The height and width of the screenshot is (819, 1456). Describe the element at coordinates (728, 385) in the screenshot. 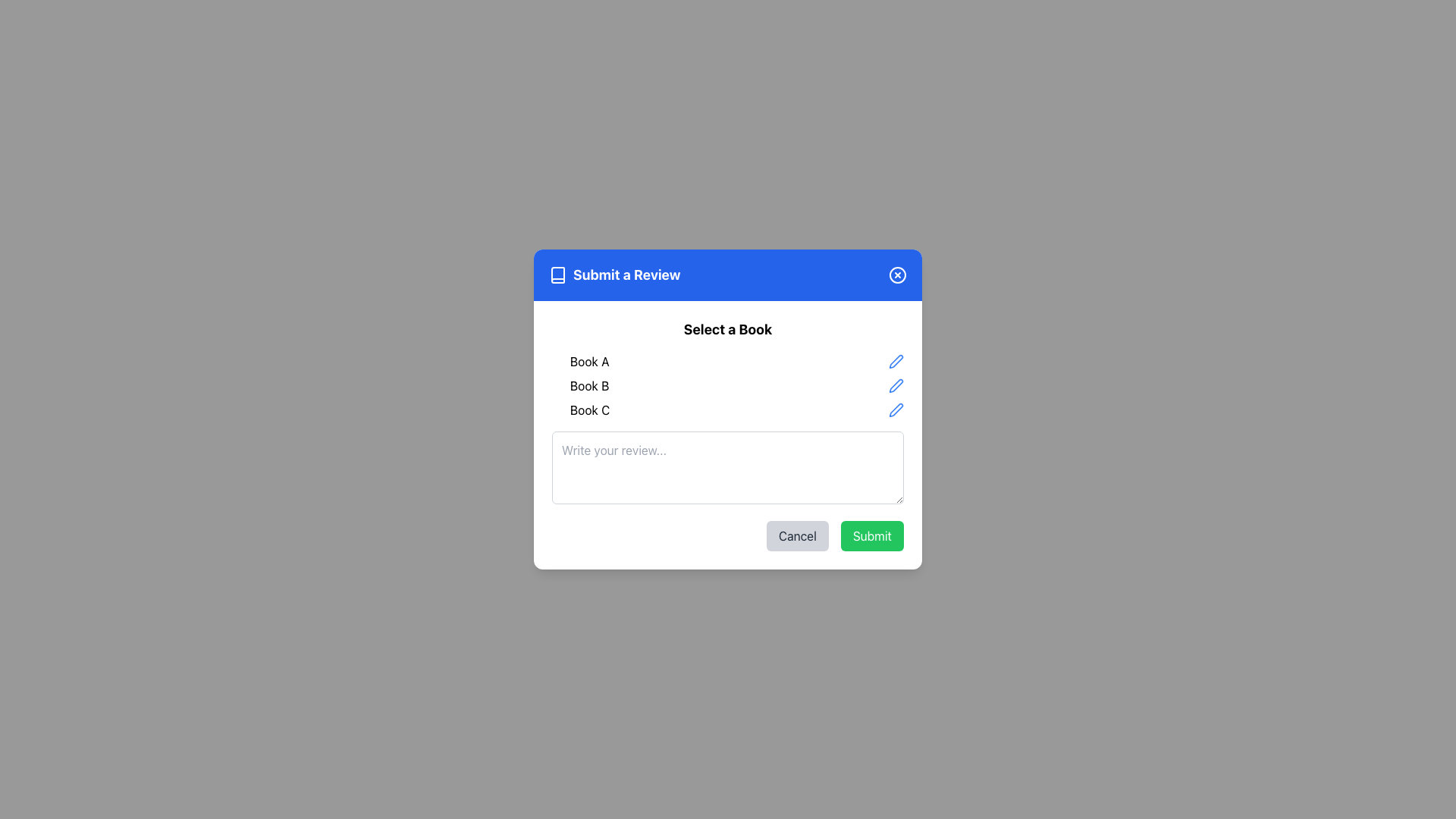

I see `any item in the List of Items with Icons in the 'Submit a Review' modal` at that location.